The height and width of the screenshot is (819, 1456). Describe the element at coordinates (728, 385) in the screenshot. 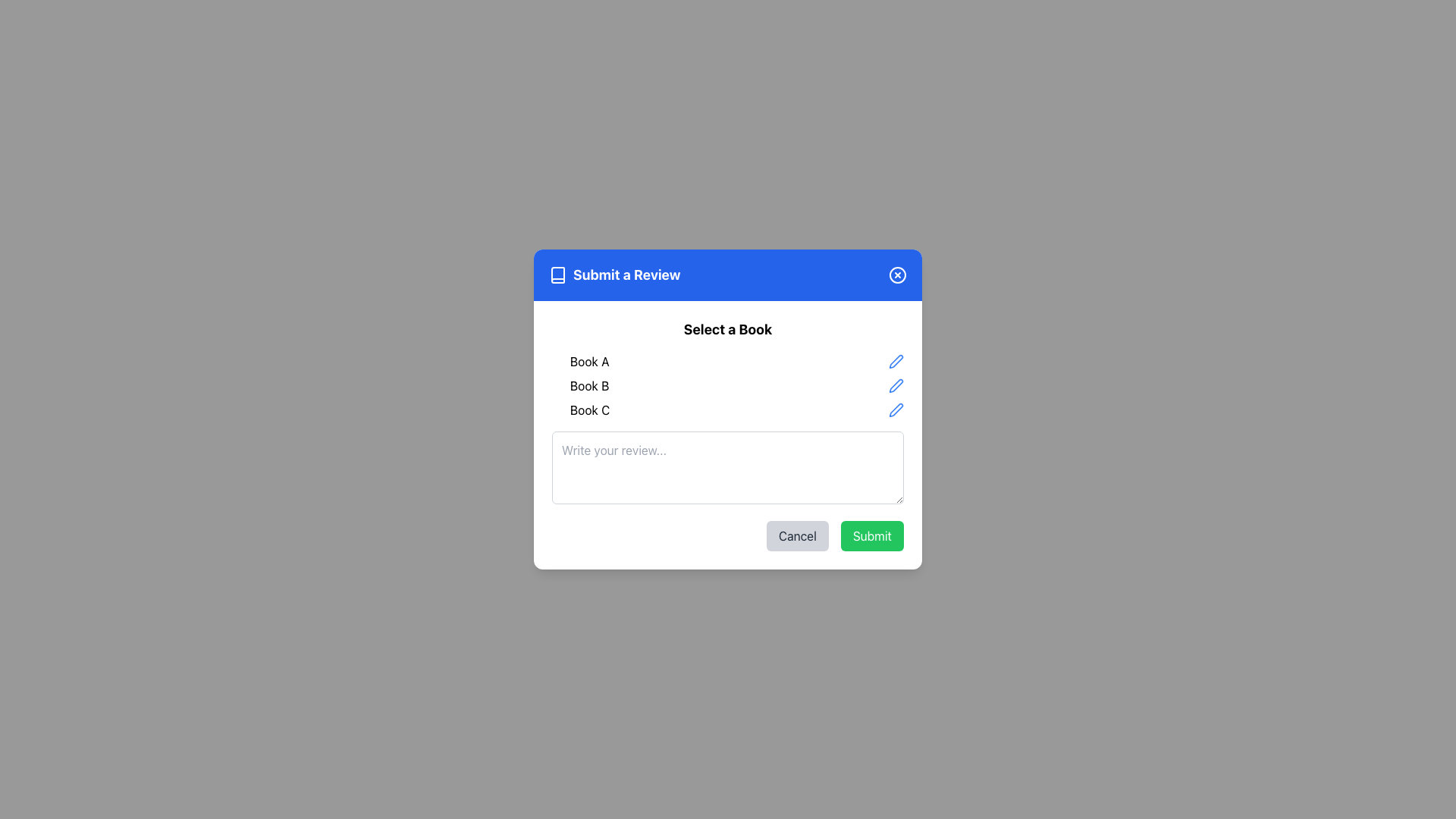

I see `any item in the List of Items with Icons in the 'Submit a Review' modal` at that location.